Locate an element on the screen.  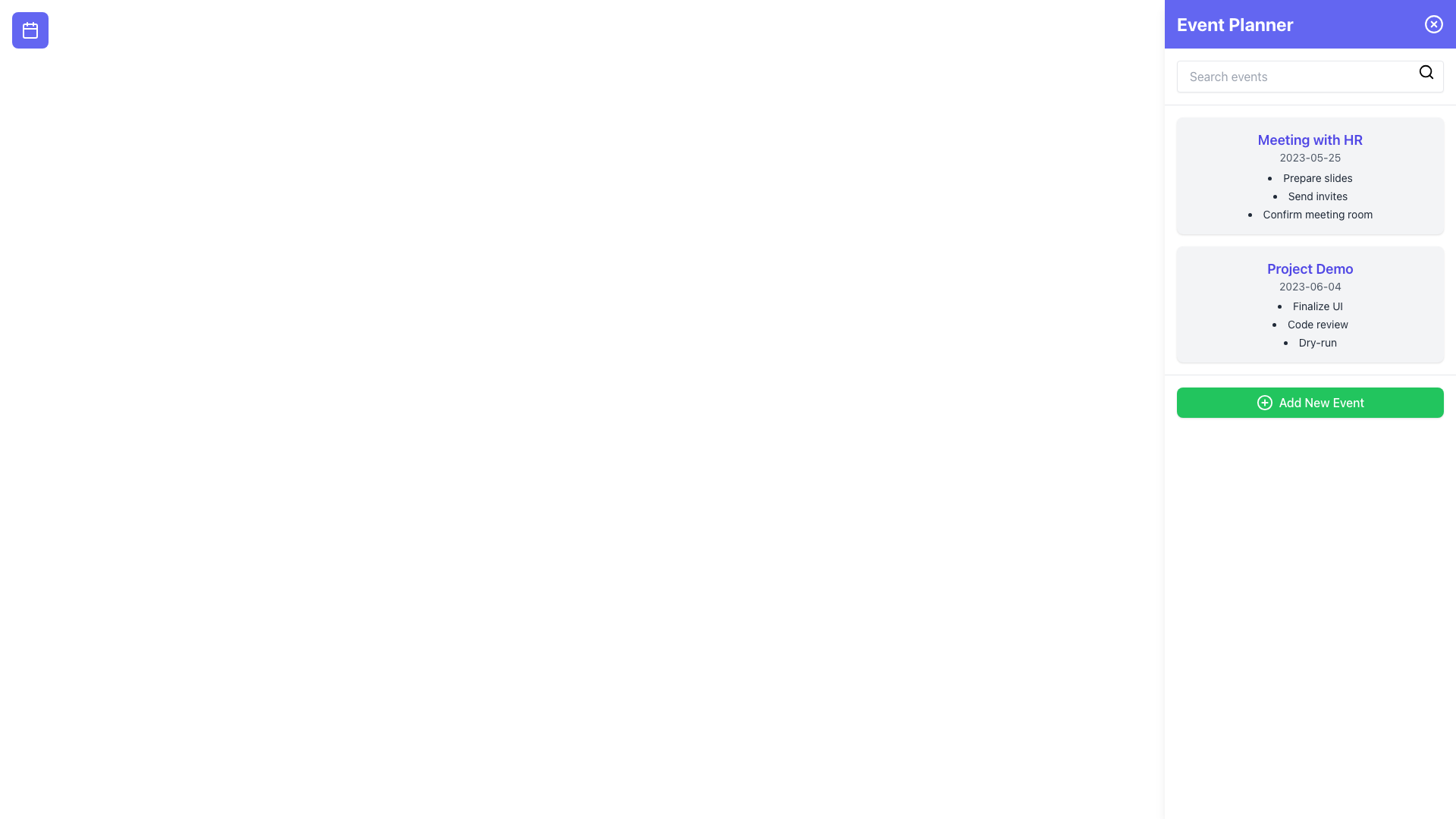
the 'Project Demo' Event card component which is the second item is located at coordinates (1310, 304).